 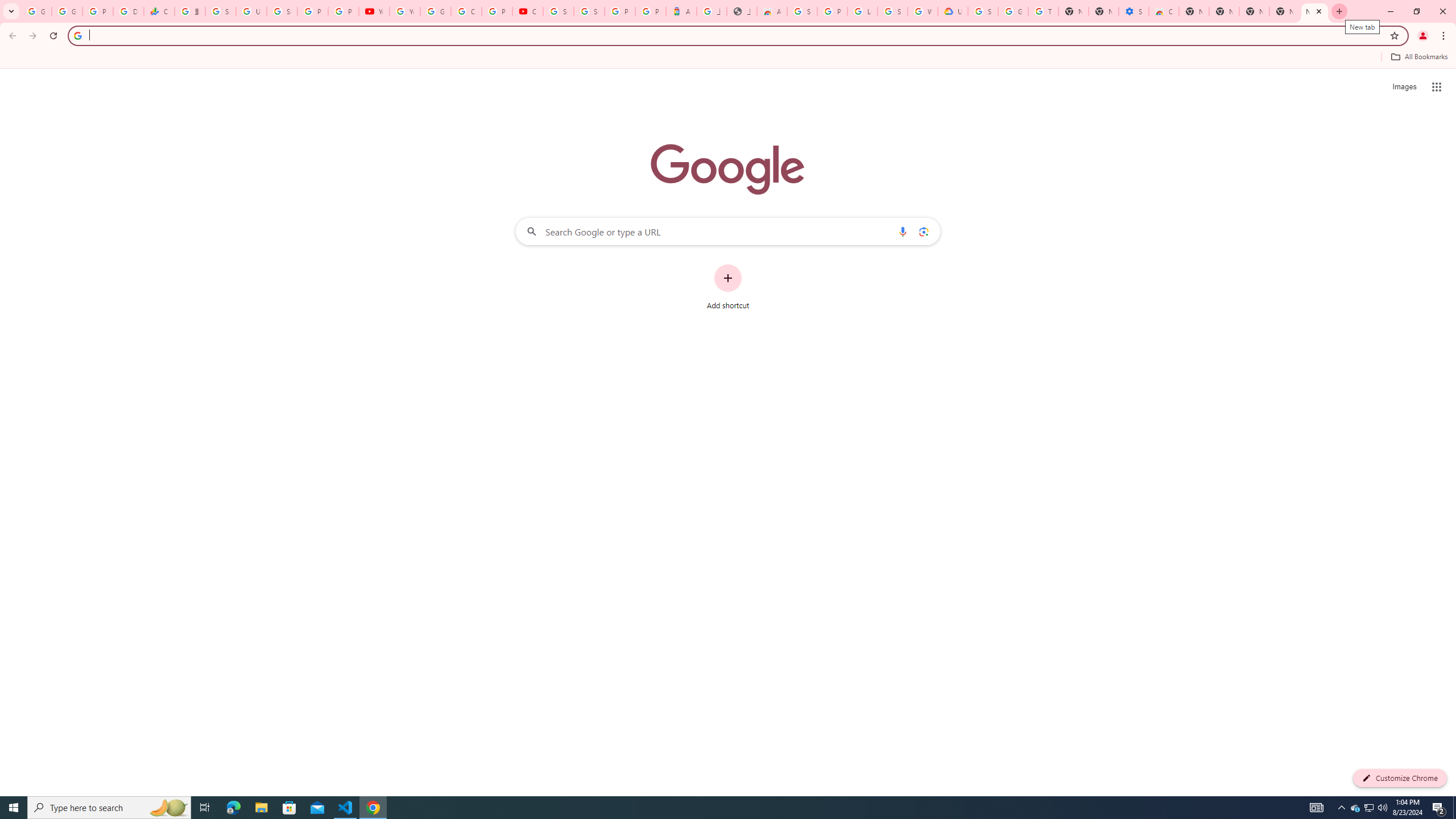 What do you see at coordinates (681, 11) in the screenshot?
I see `'Atour Hotel - Google hotels'` at bounding box center [681, 11].